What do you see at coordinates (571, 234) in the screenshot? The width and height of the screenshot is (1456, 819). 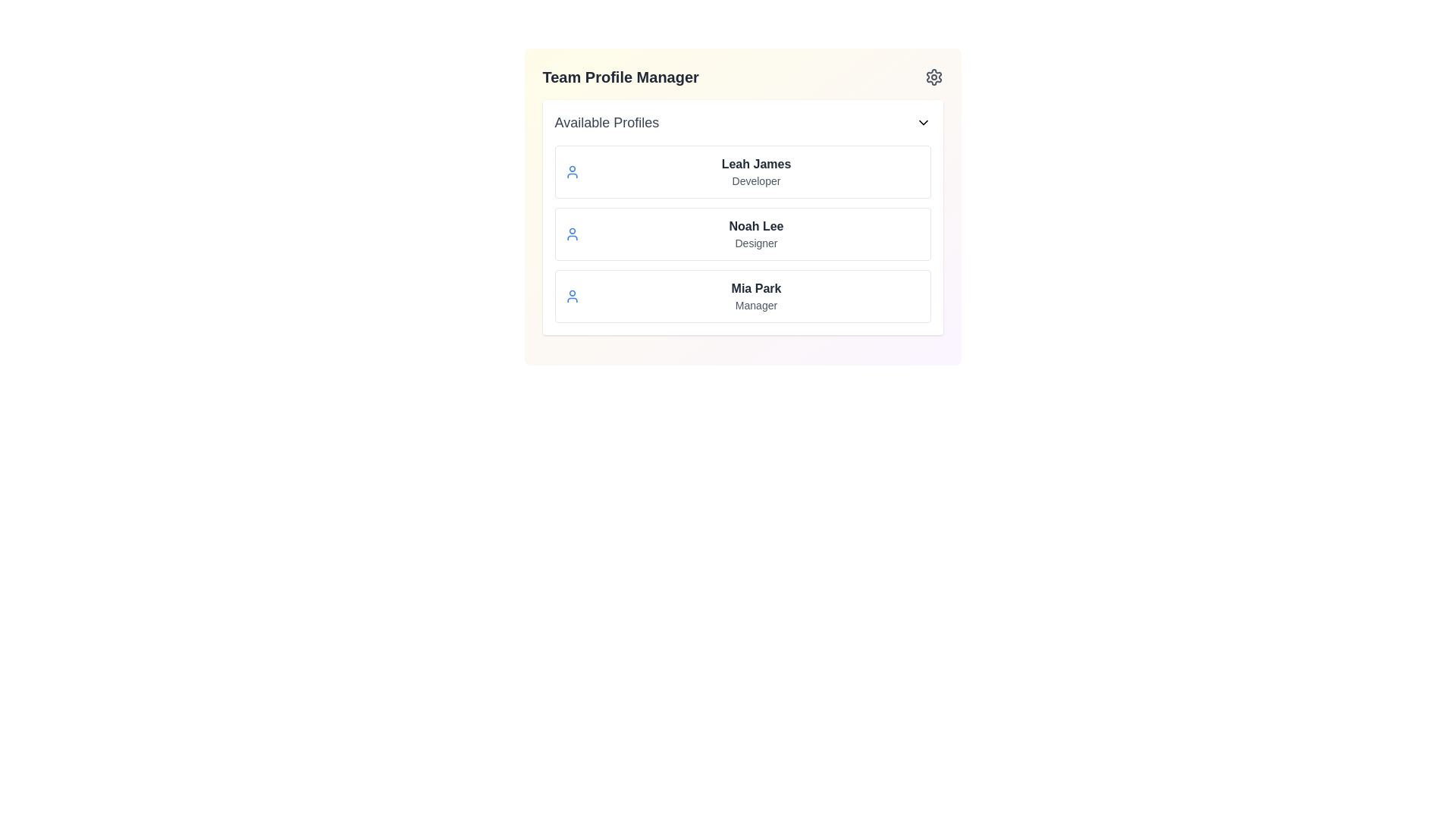 I see `the user profile icon representing 'Noah Lee' located in the 'Available Profiles' section, positioned to the left of the name and title text 'Noah Lee Designer'` at bounding box center [571, 234].